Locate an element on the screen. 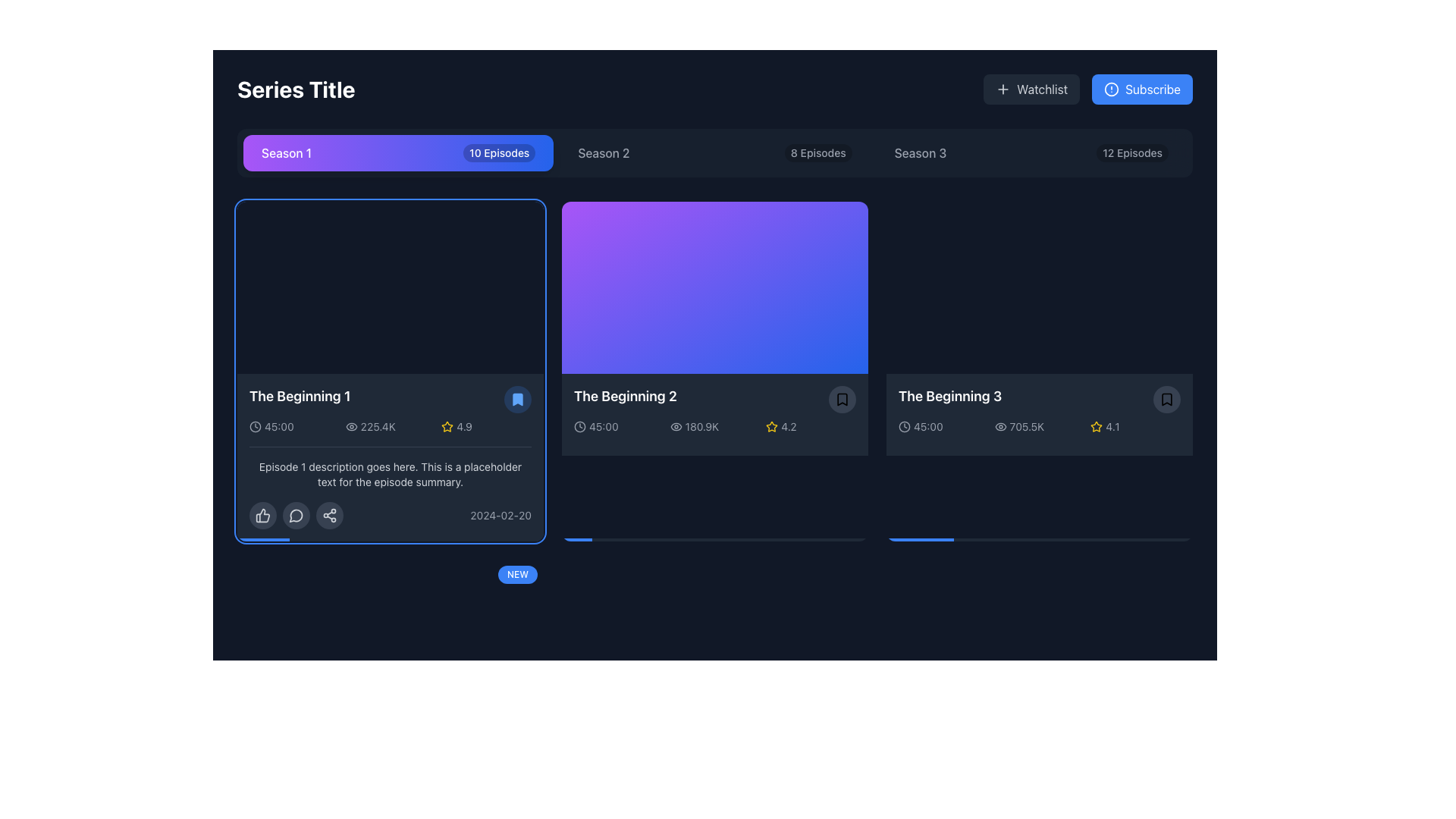 The image size is (1456, 819). the static text label for 'Season 2', which is positioned immediately to the right of the 'Season 1' label in the season selection interface is located at coordinates (603, 152).